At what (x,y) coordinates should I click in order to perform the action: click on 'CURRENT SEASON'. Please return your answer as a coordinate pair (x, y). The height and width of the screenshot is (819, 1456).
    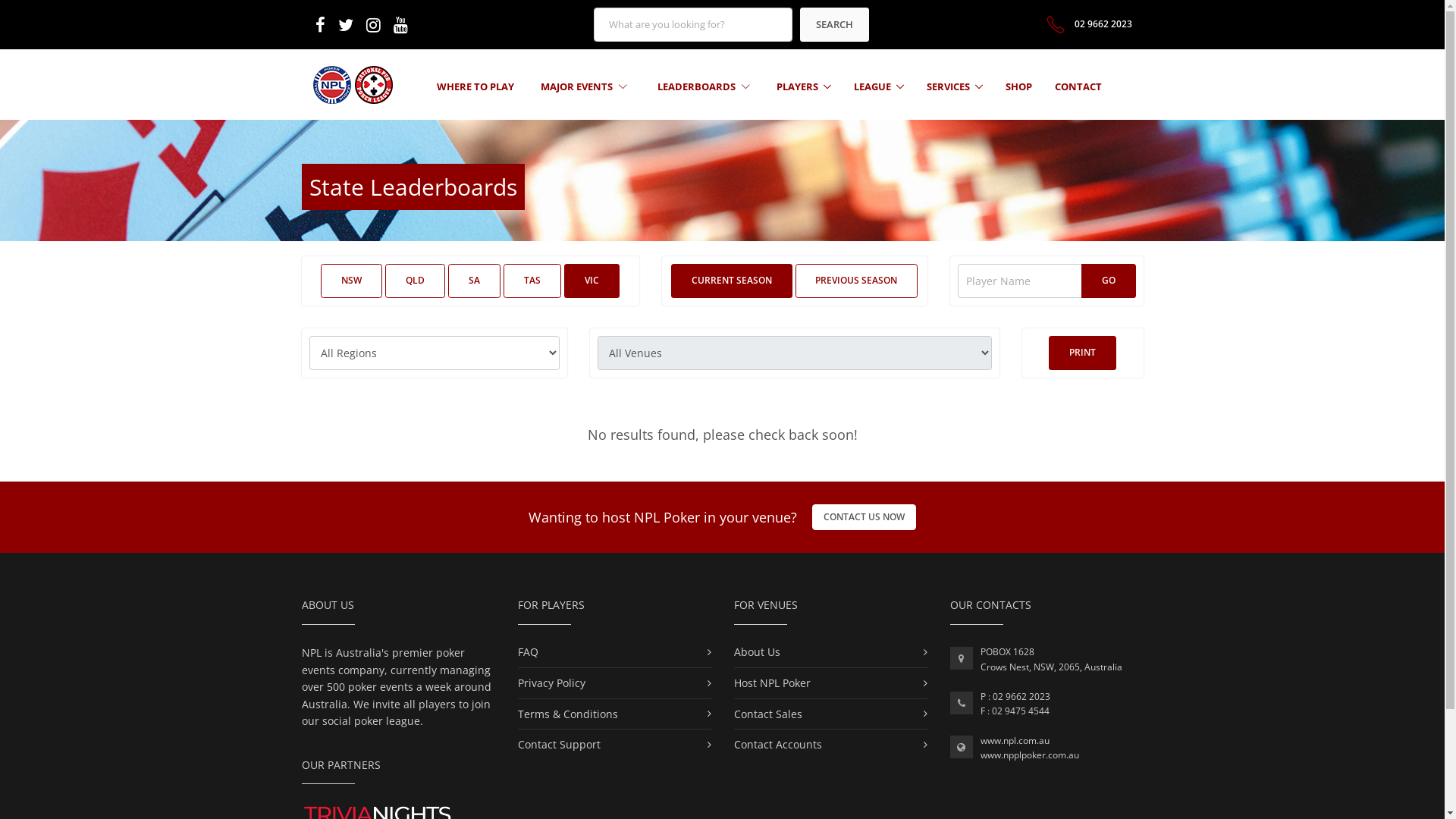
    Looking at the image, I should click on (731, 281).